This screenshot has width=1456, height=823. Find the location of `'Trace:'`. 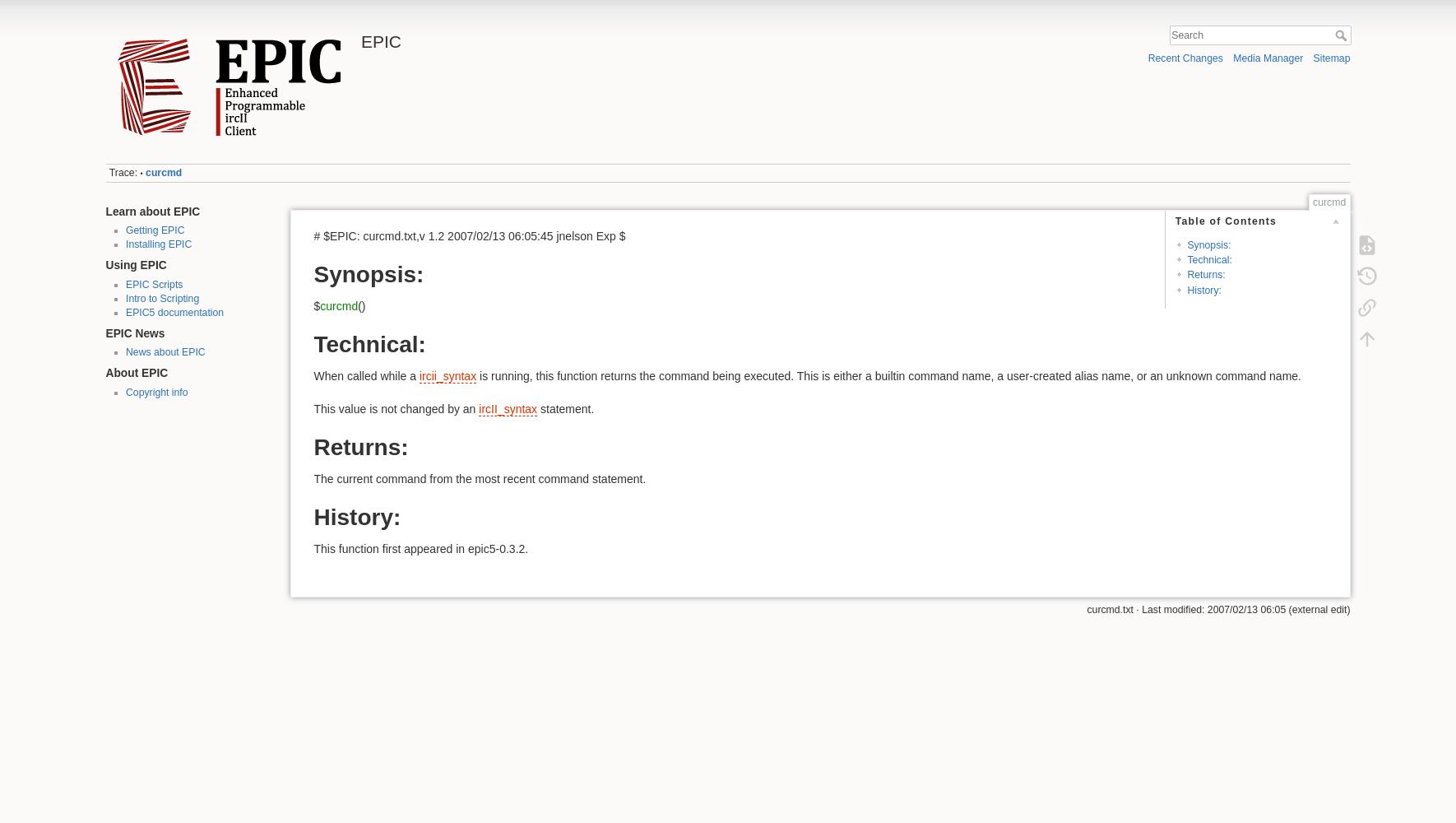

'Trace:' is located at coordinates (123, 172).